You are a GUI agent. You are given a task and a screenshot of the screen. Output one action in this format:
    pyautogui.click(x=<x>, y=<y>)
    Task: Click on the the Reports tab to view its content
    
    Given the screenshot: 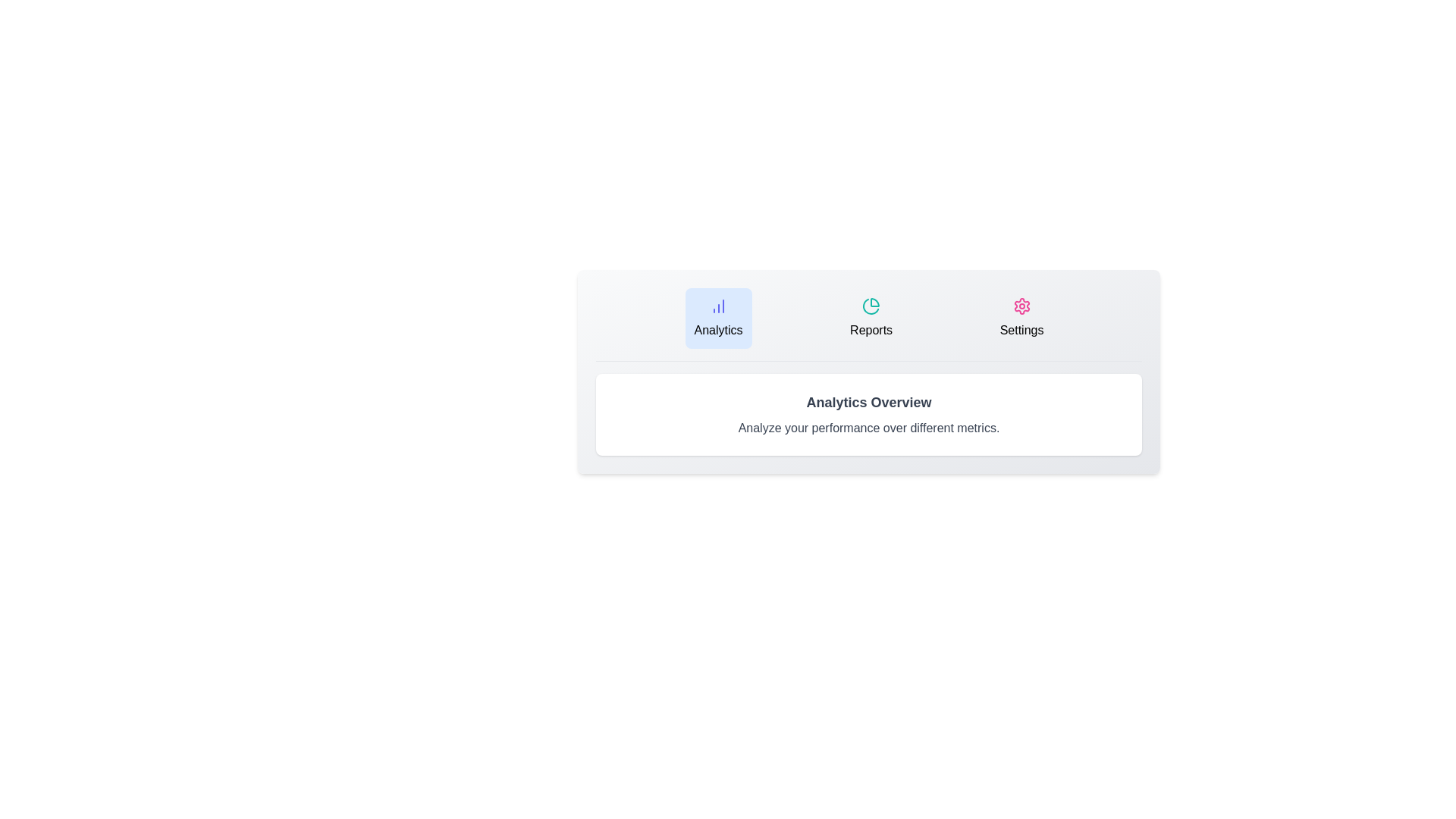 What is the action you would take?
    pyautogui.click(x=871, y=318)
    